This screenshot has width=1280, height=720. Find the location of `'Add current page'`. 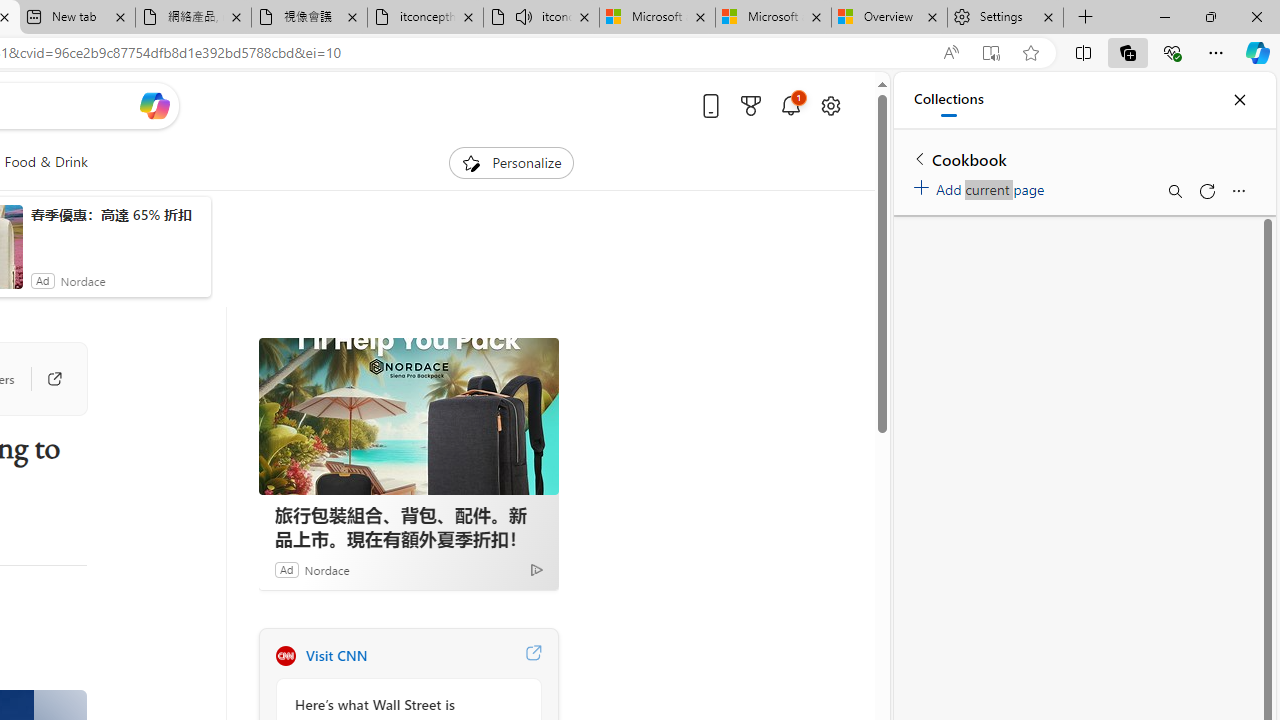

'Add current page' is located at coordinates (983, 186).